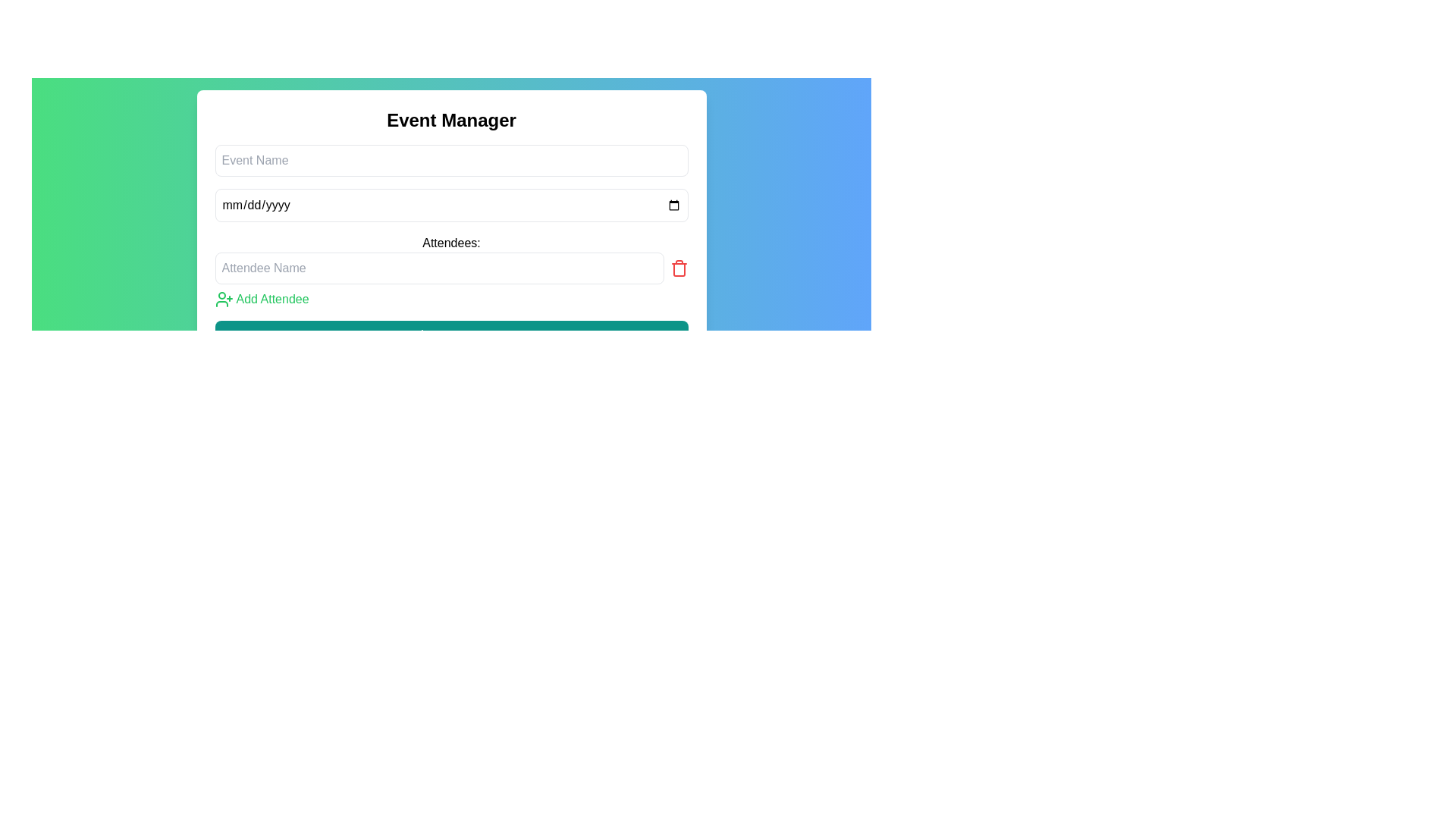  Describe the element at coordinates (262, 299) in the screenshot. I see `the green button at the bottom of the 'Attendees:' section` at that location.